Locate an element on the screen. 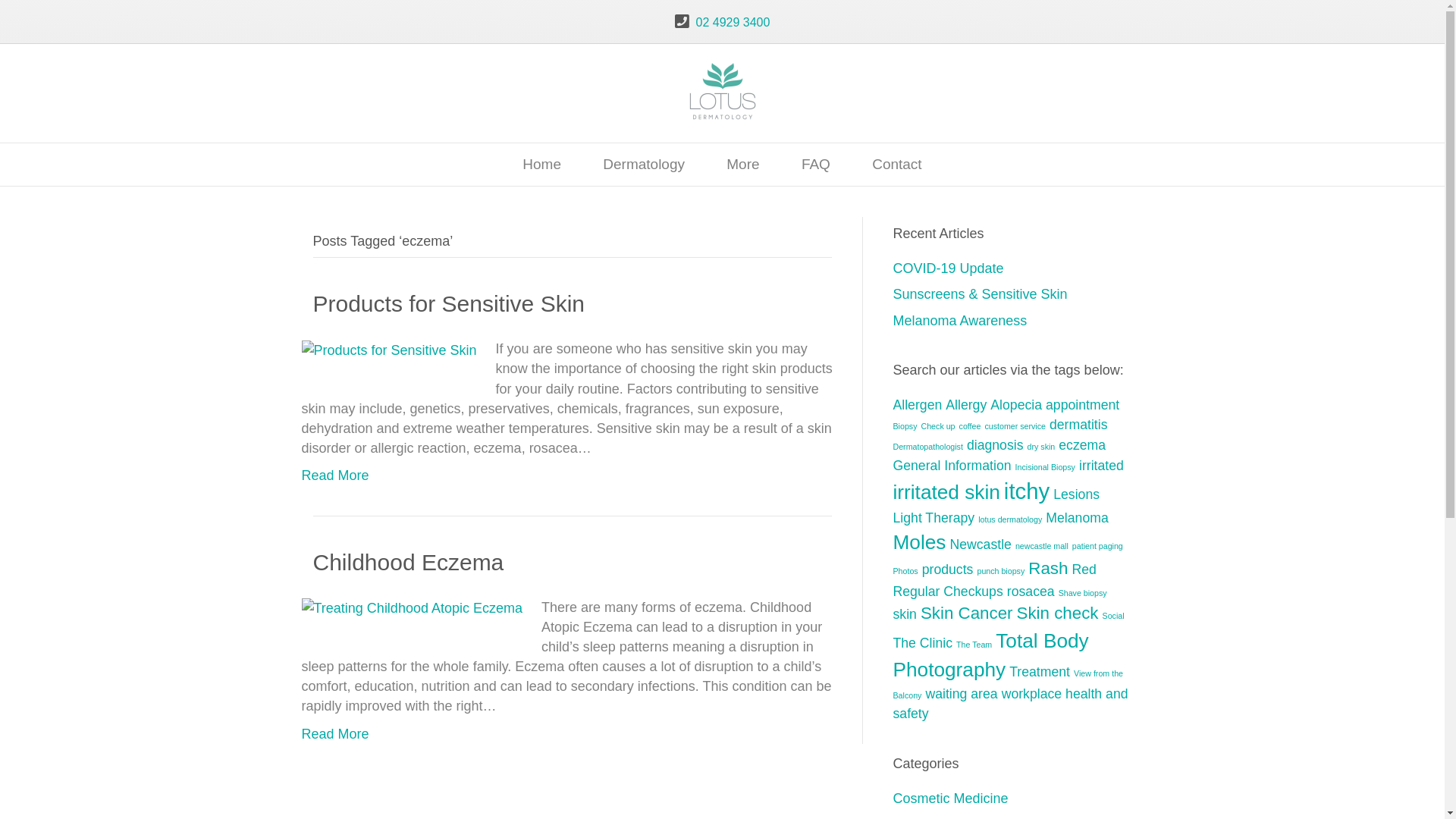  'Alopecia' is located at coordinates (1015, 403).